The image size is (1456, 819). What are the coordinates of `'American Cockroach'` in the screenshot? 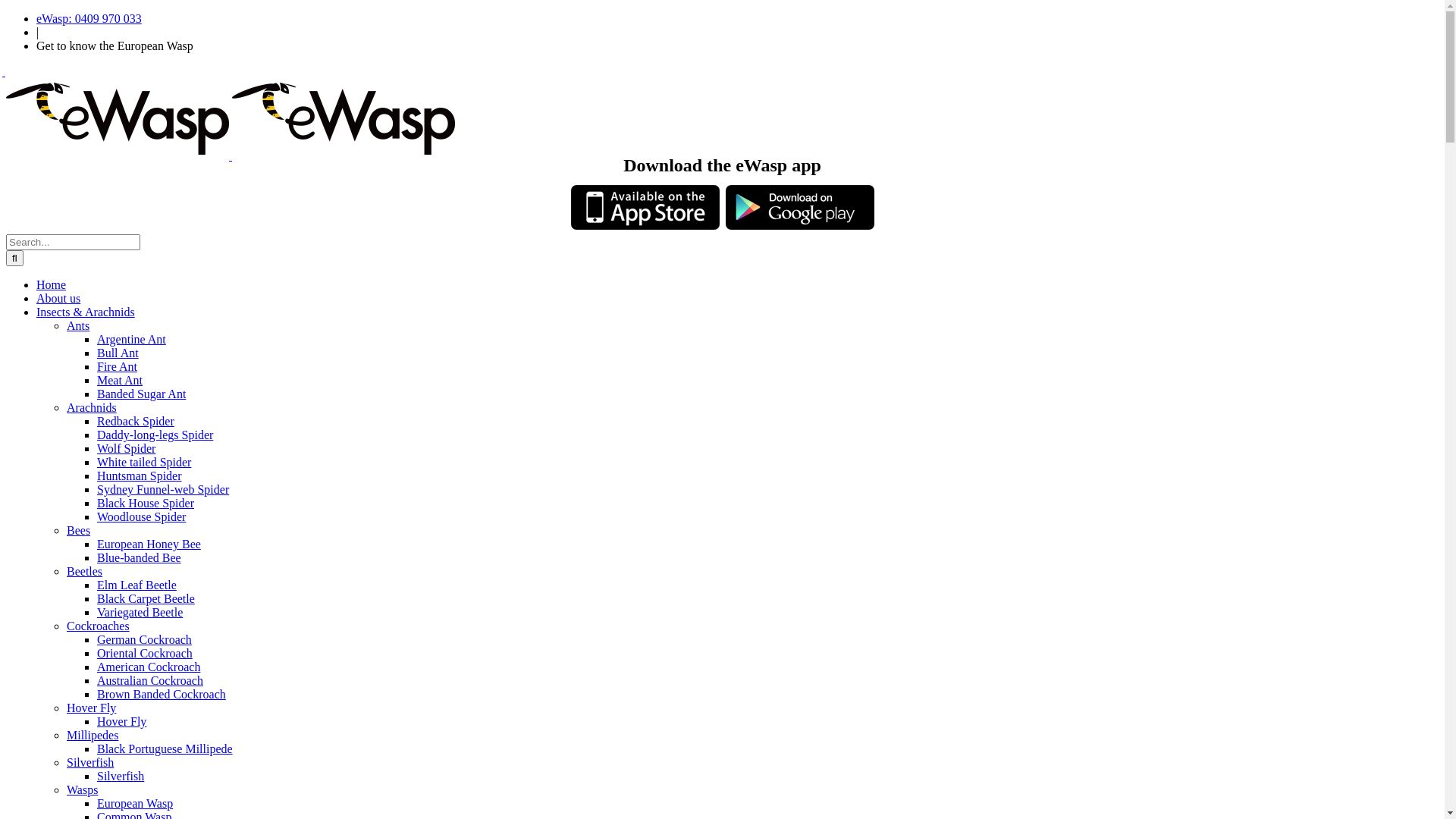 It's located at (149, 666).